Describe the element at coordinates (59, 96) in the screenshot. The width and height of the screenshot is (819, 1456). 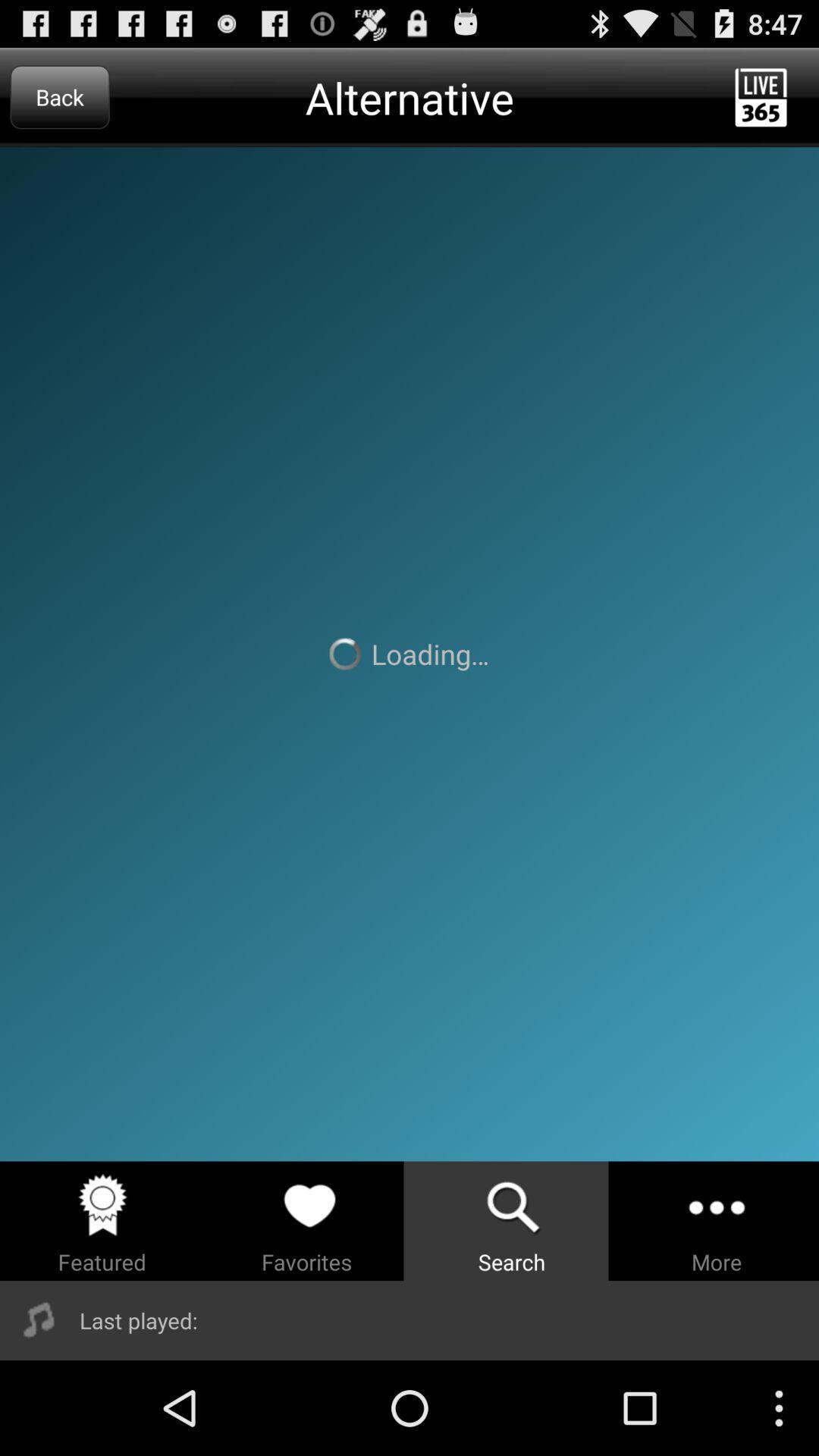
I see `the icon next to the alternative icon` at that location.